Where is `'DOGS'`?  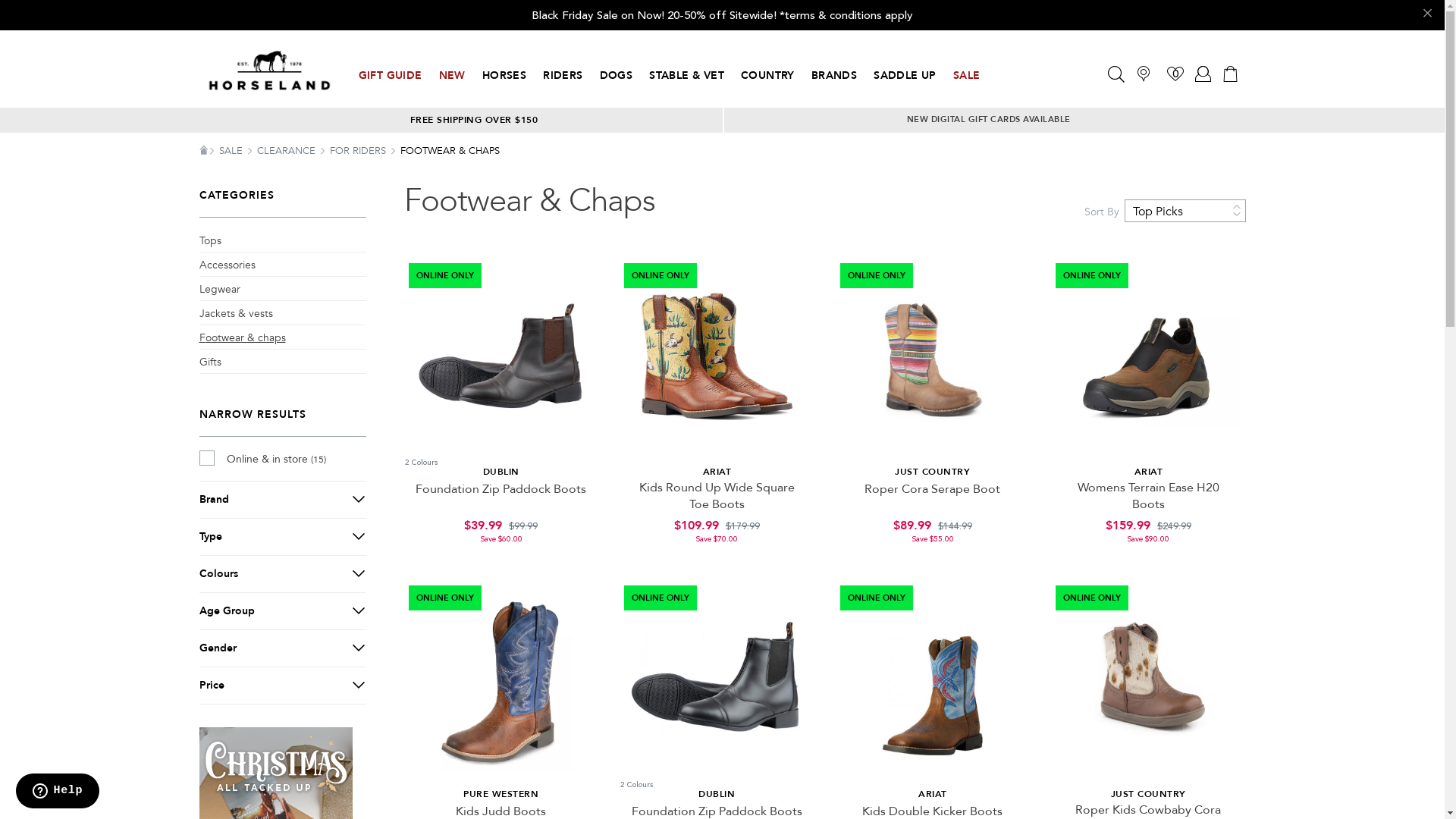
'DOGS' is located at coordinates (599, 76).